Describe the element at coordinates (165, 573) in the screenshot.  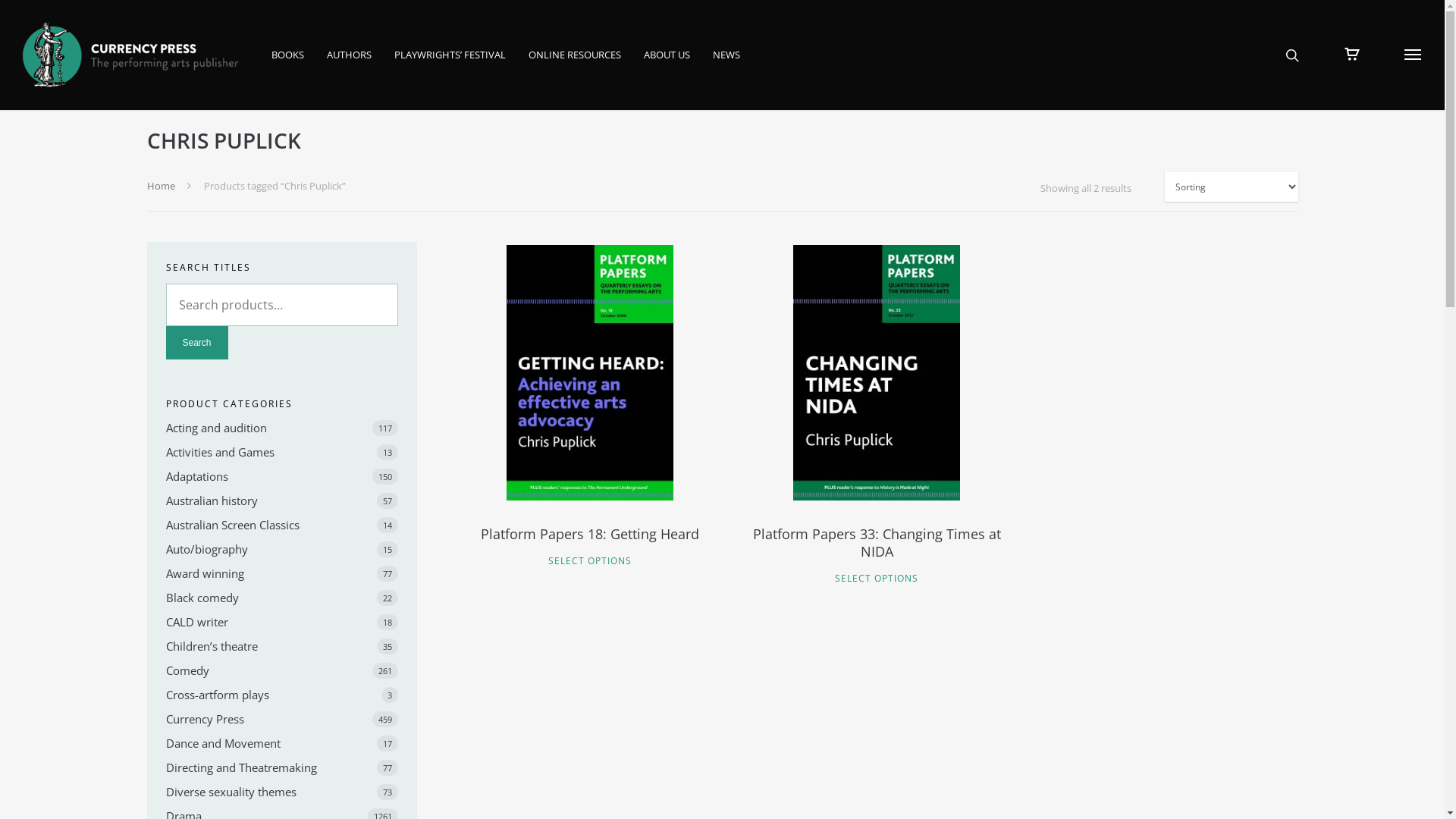
I see `'Award winning'` at that location.